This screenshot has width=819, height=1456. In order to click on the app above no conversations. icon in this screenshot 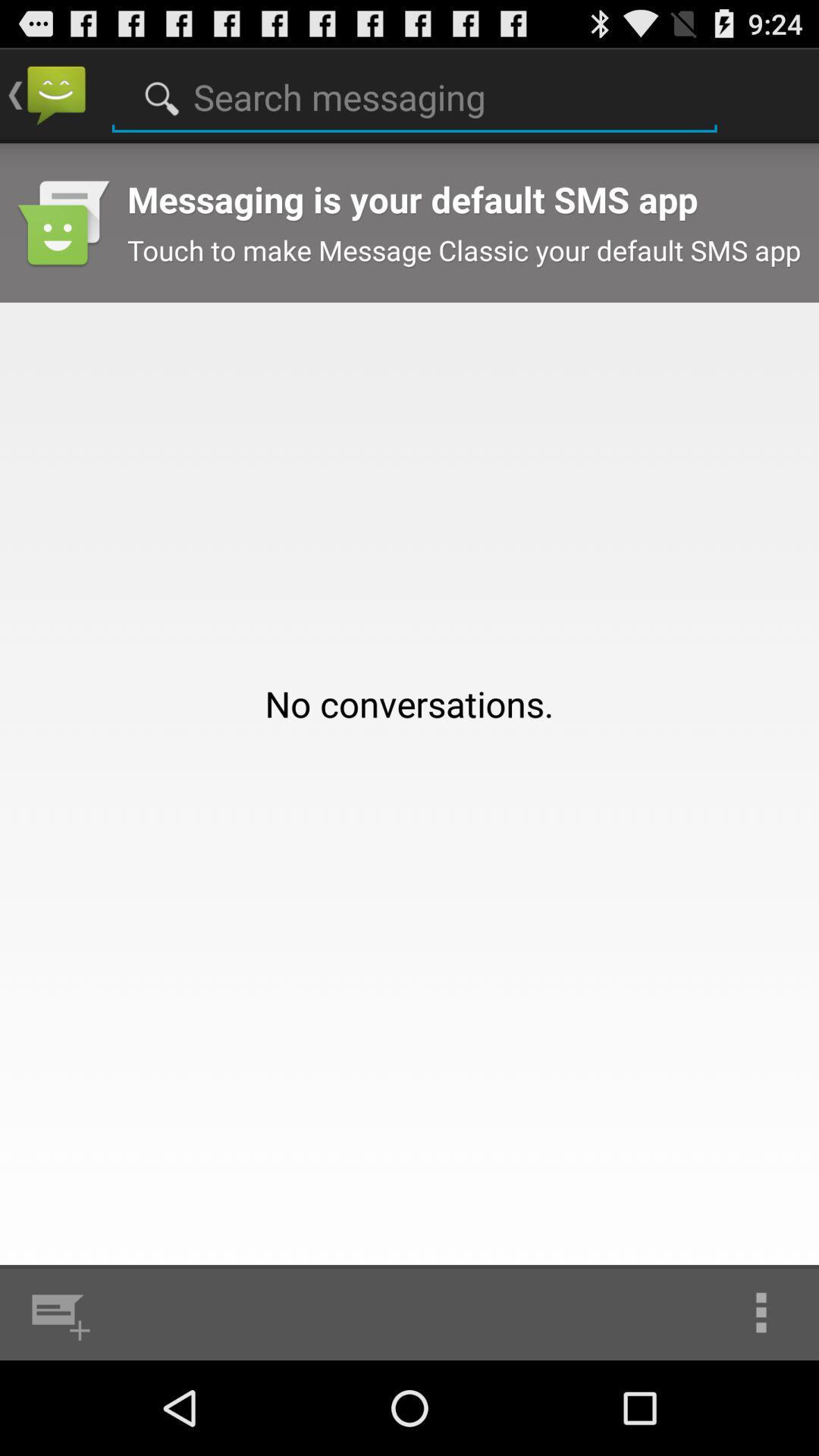, I will do `click(414, 93)`.